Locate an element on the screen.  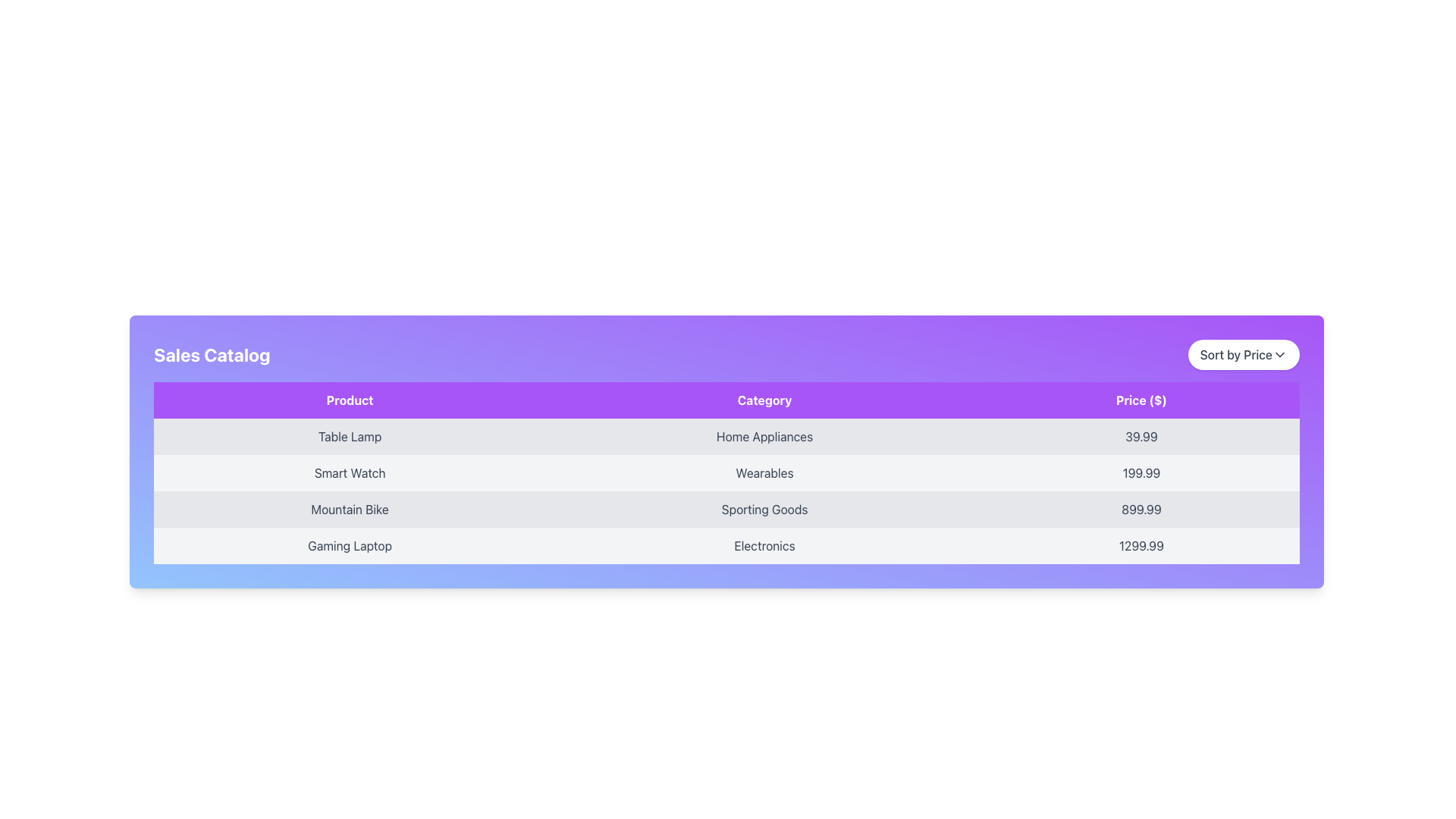
the 'Smart Watch' text label in the product table, located in the second row under the 'Product' column is located at coordinates (349, 472).